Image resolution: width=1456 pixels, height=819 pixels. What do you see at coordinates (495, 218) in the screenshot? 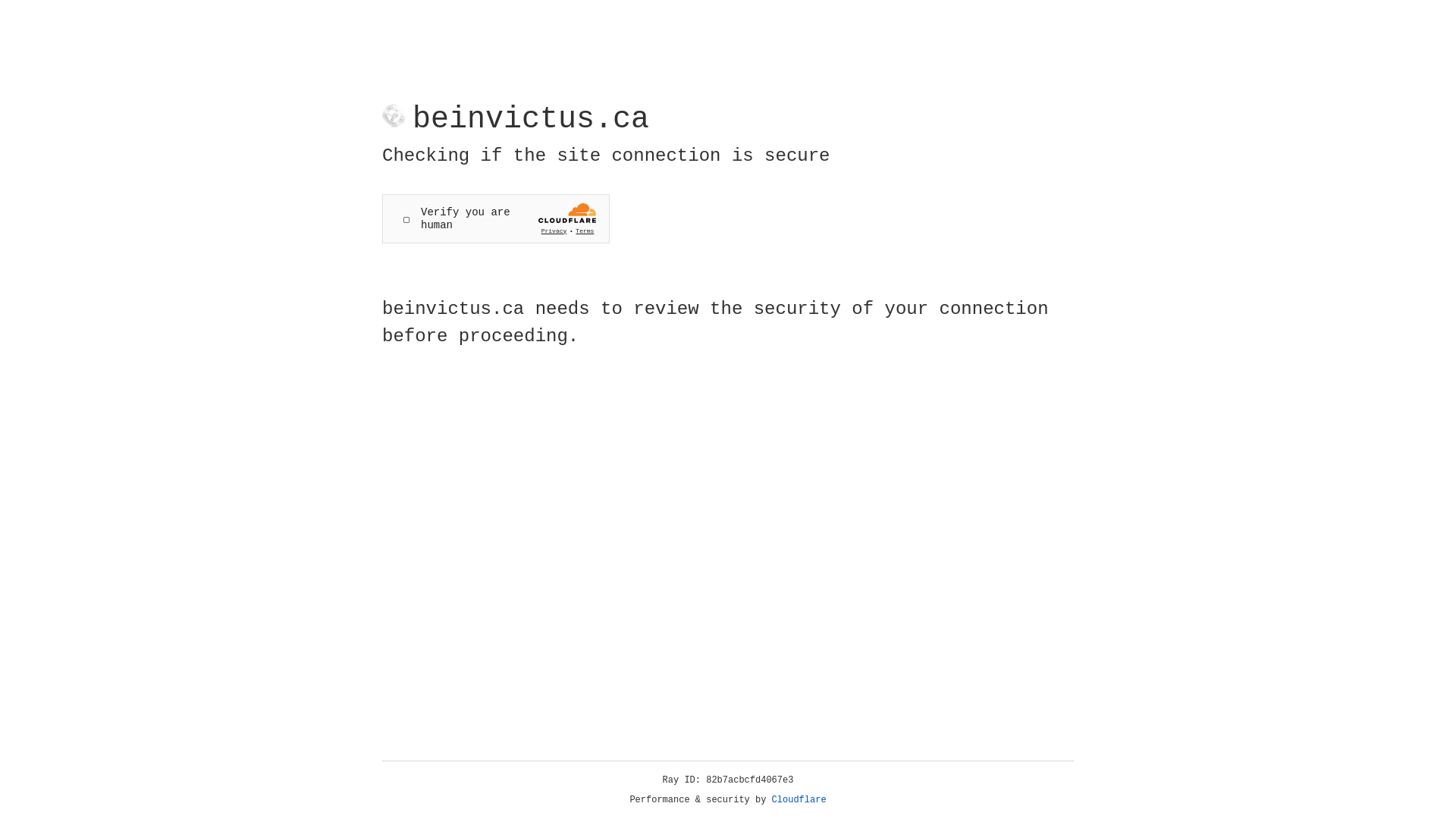
I see `'Widget containing a Cloudflare security challenge'` at bounding box center [495, 218].